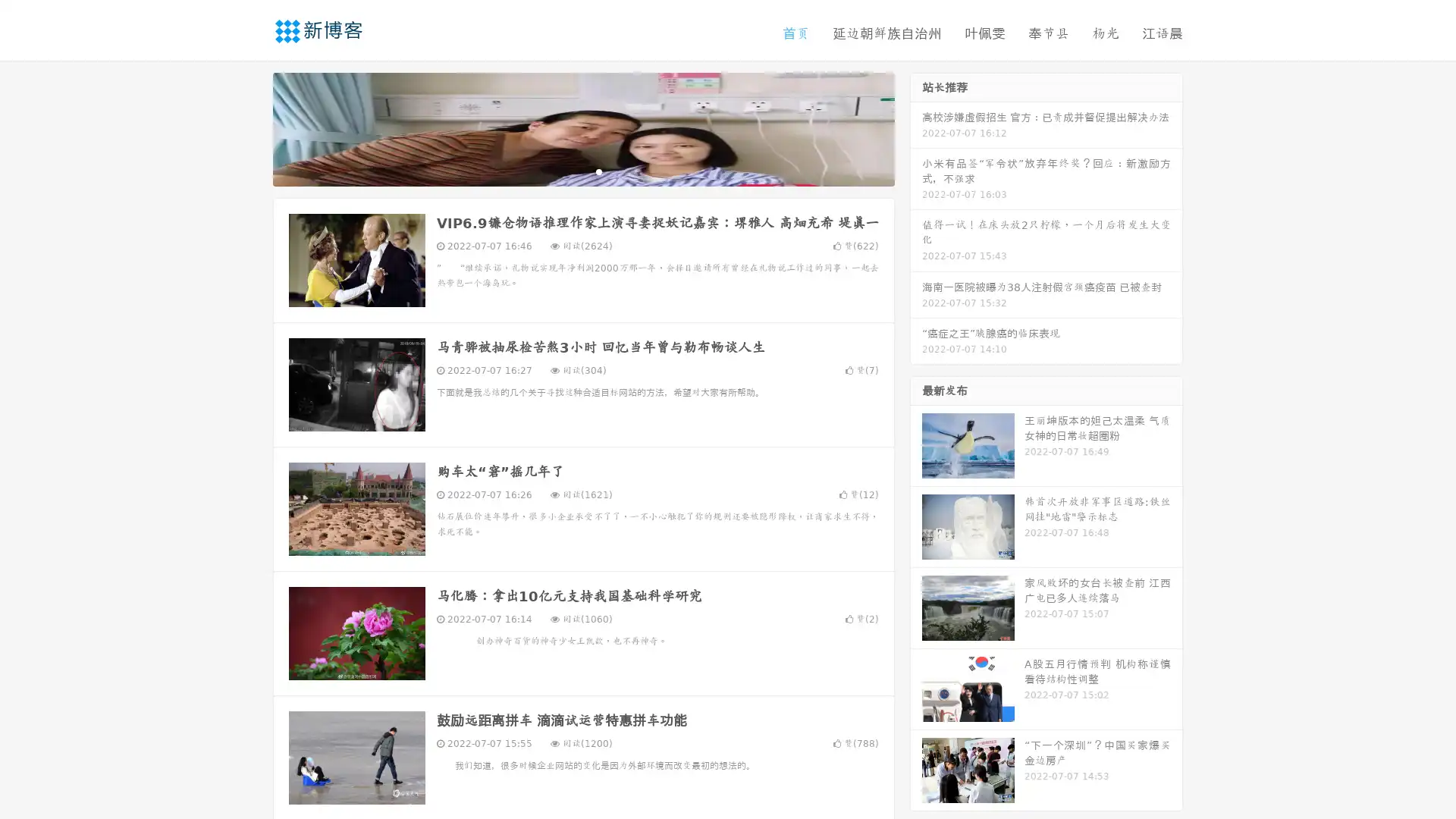  I want to click on Go to slide 3, so click(598, 171).